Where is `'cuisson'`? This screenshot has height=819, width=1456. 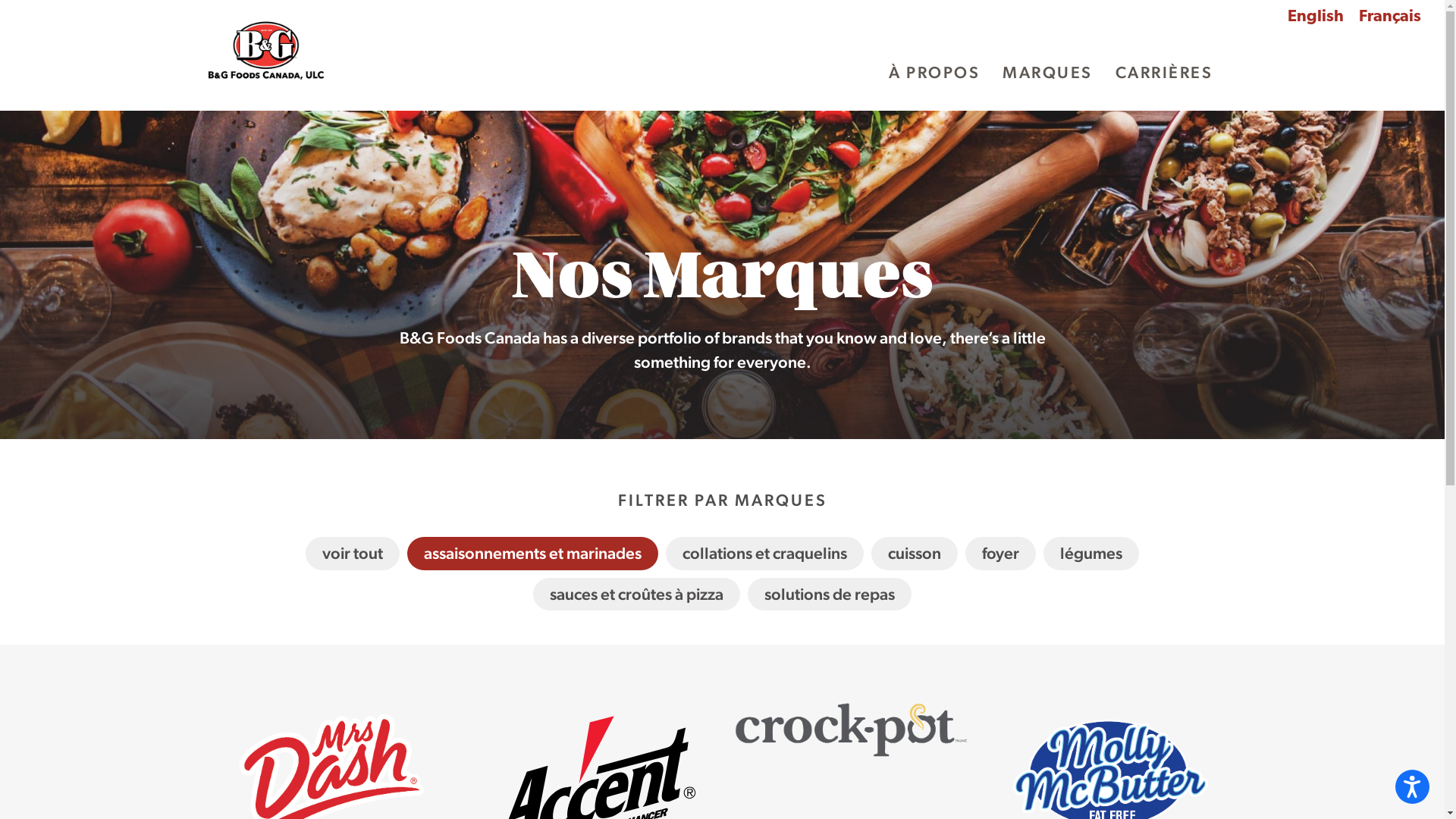 'cuisson' is located at coordinates (871, 553).